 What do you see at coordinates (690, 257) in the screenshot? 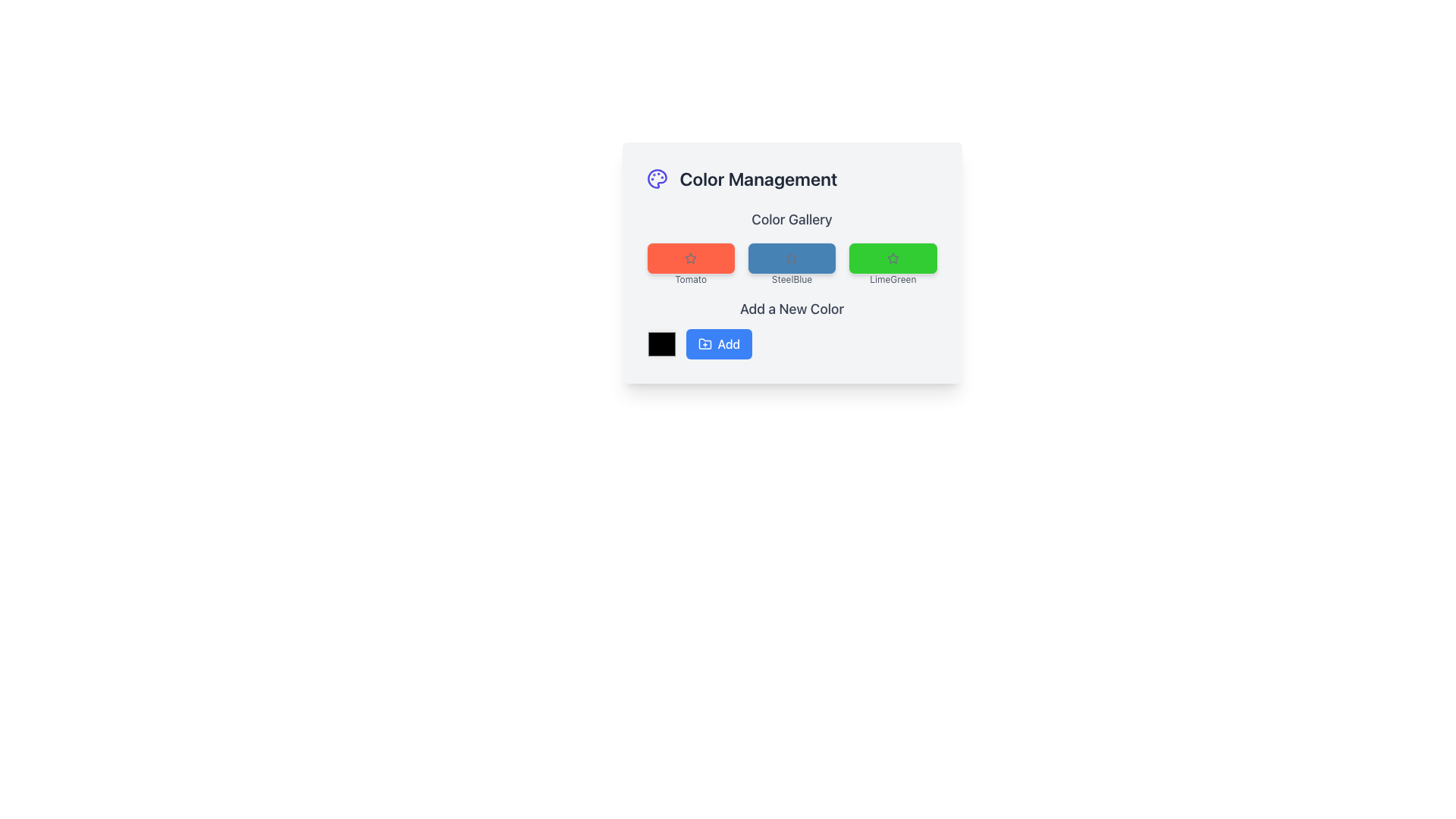
I see `the first star icon representing the Tomato color option, which is part of a row of three color options` at bounding box center [690, 257].